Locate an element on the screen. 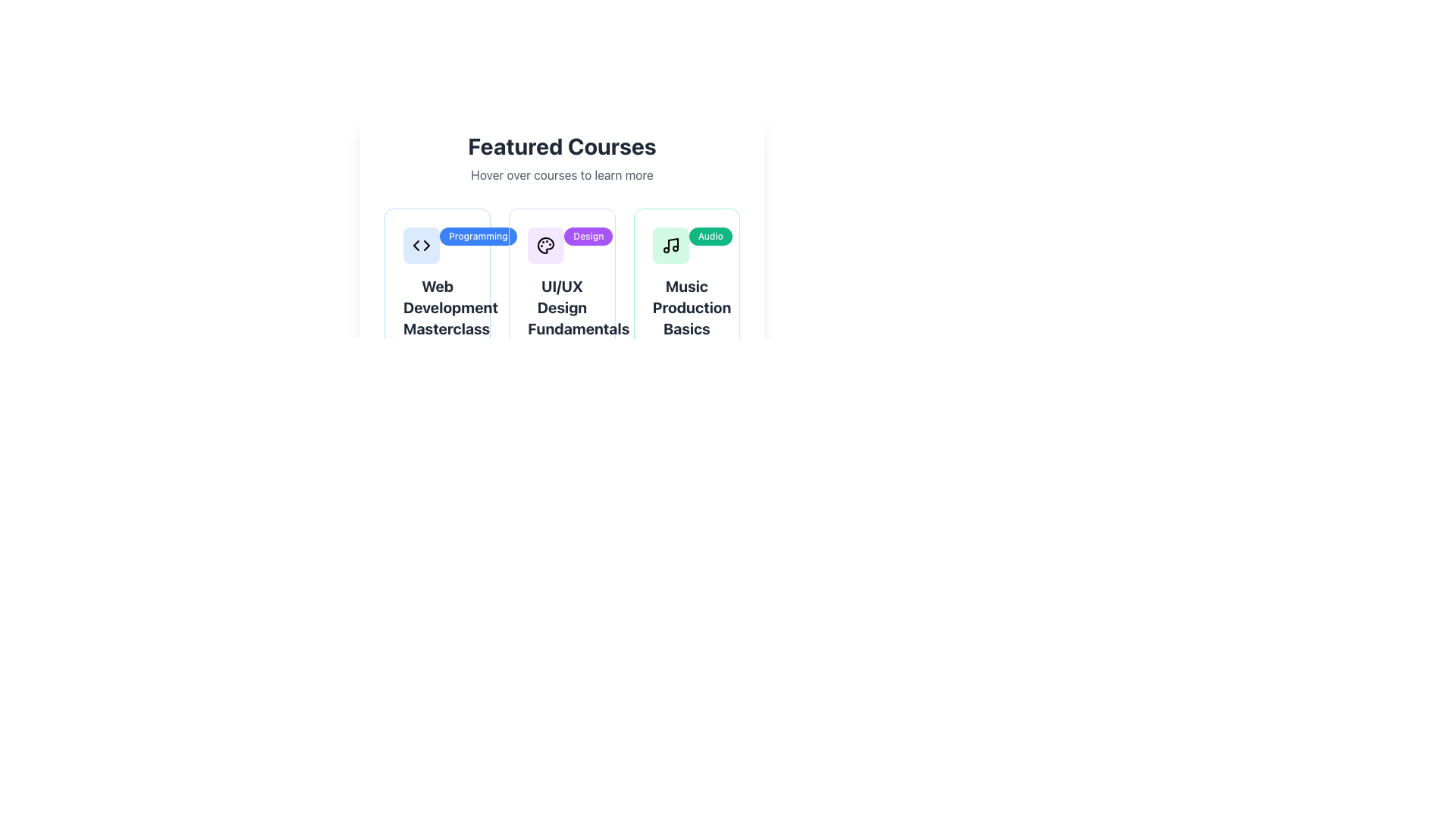 This screenshot has width=1456, height=819. the course title text label that is positioned beneath the 'Programming' badge in the first column of the 'Featured Courses' section is located at coordinates (437, 307).